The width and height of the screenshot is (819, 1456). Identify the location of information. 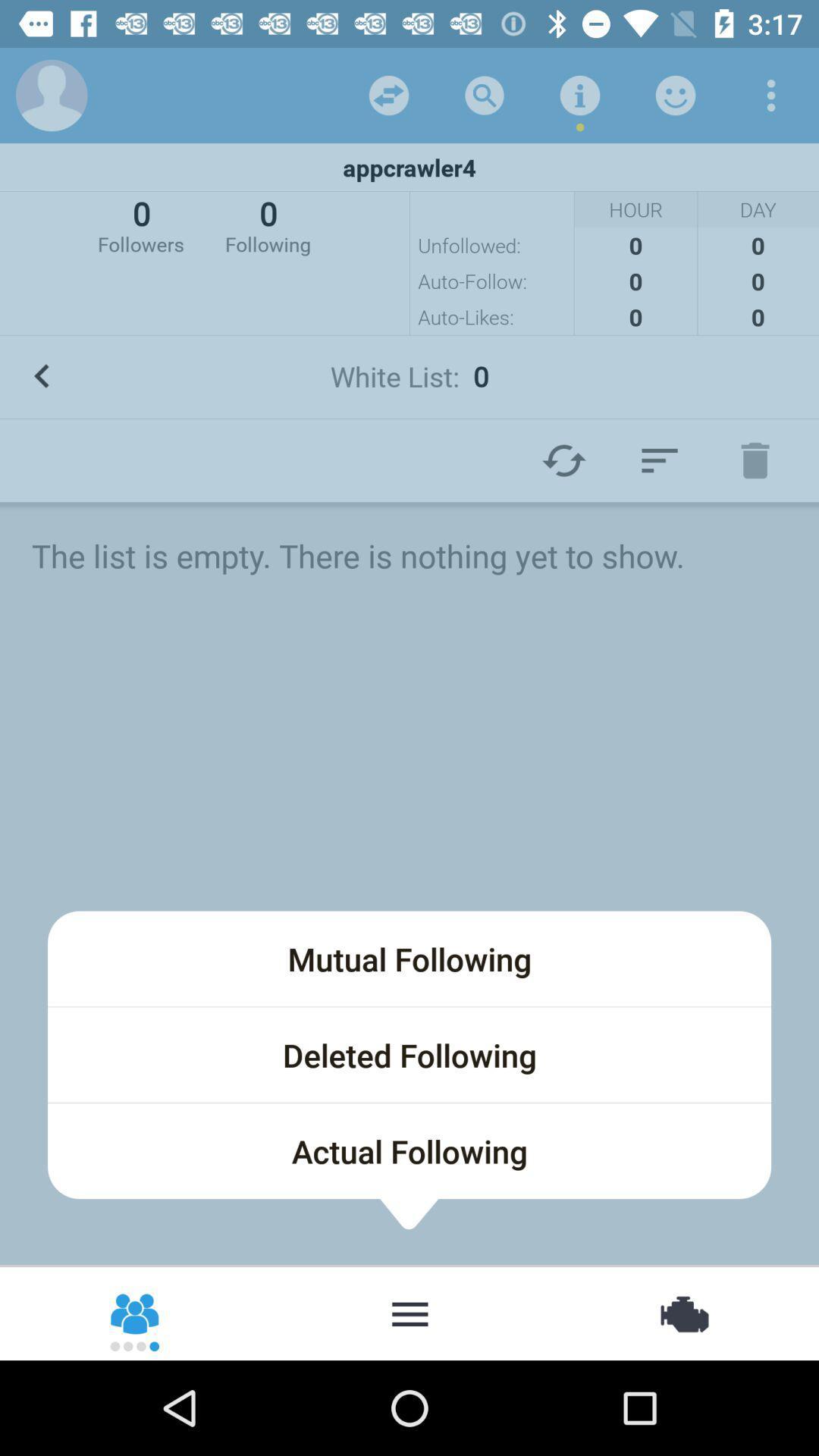
(579, 94).